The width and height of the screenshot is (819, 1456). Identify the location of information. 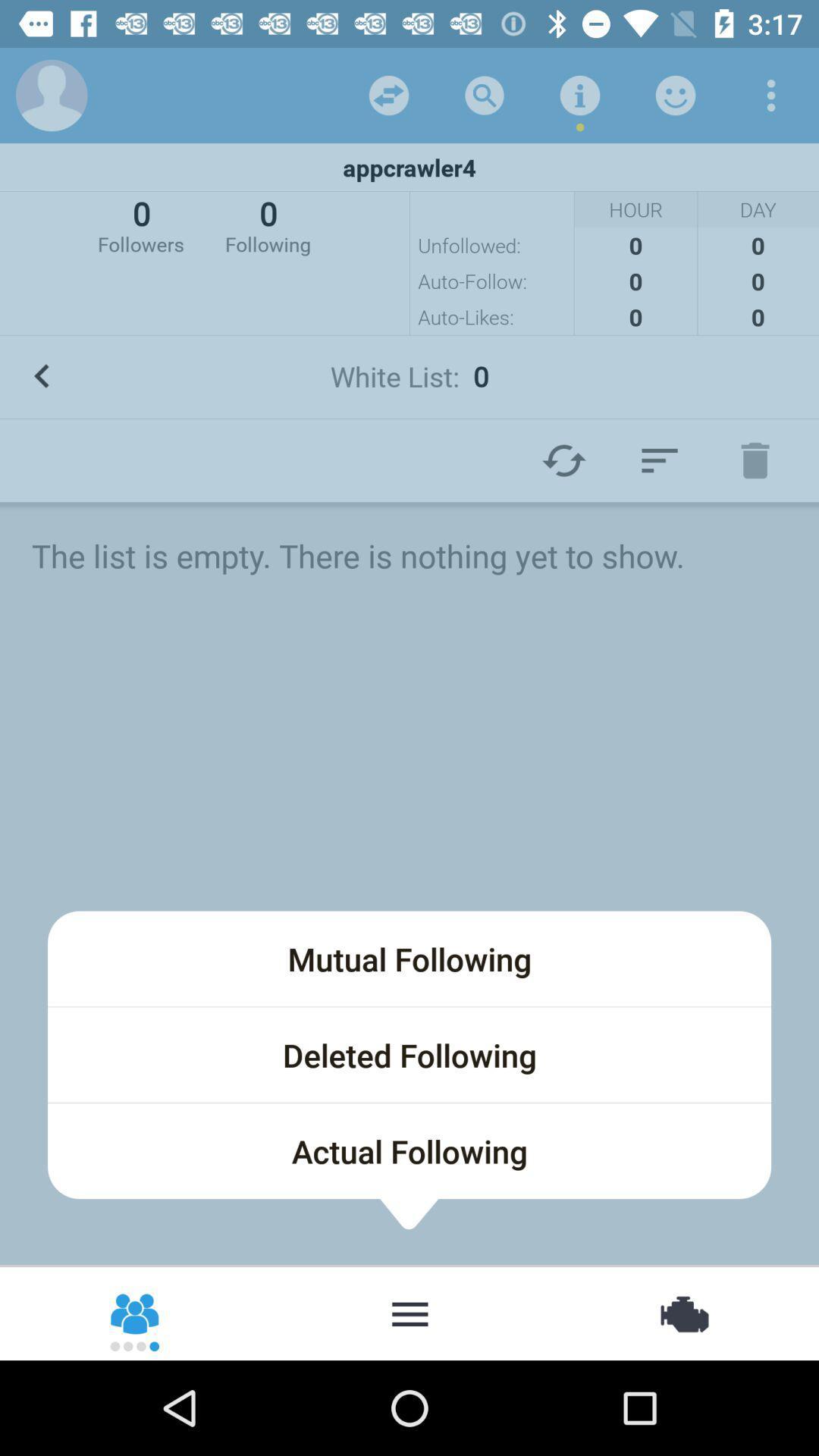
(579, 94).